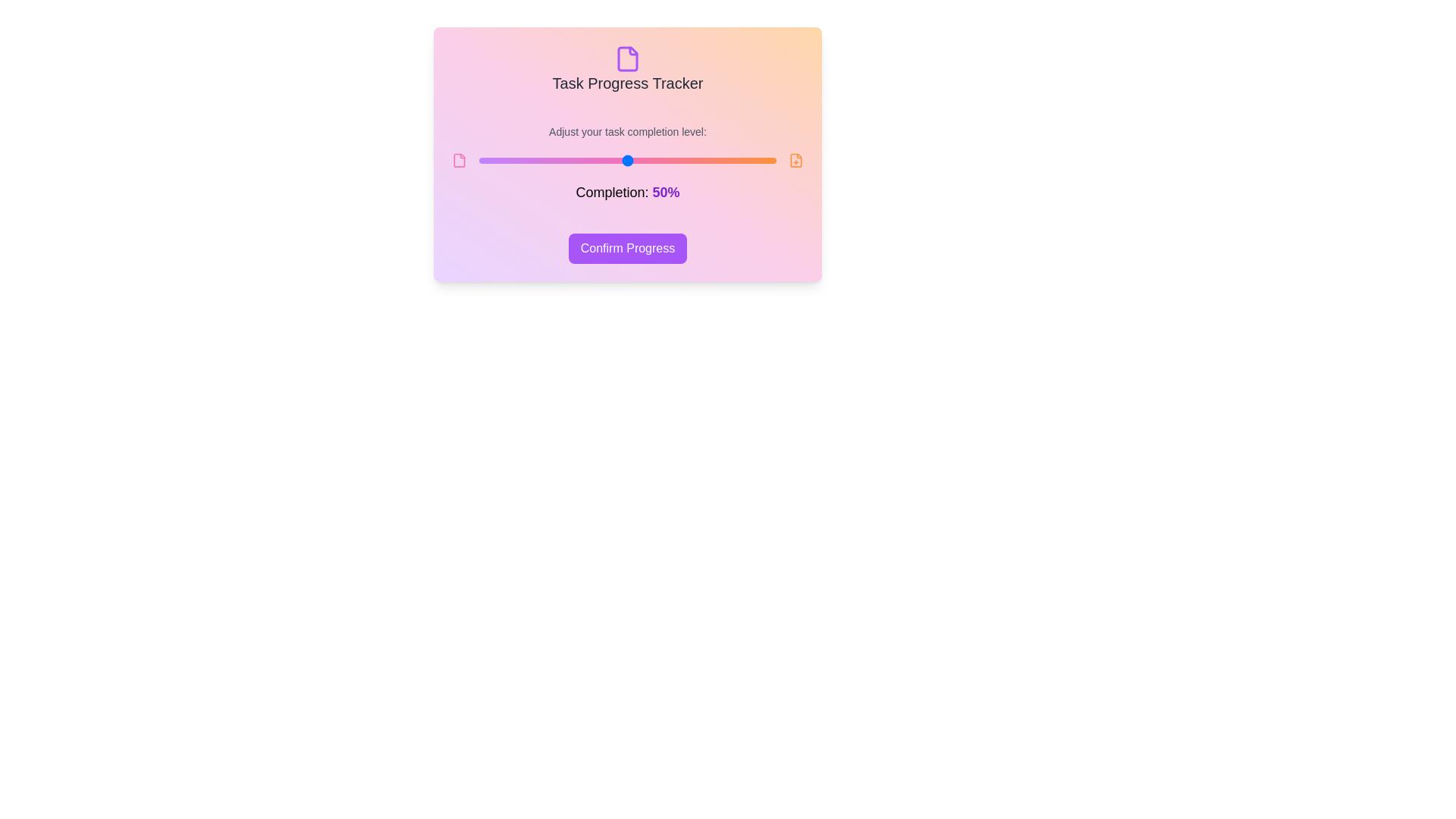 The image size is (1456, 819). I want to click on the slider to set the progress to 81%, so click(719, 161).